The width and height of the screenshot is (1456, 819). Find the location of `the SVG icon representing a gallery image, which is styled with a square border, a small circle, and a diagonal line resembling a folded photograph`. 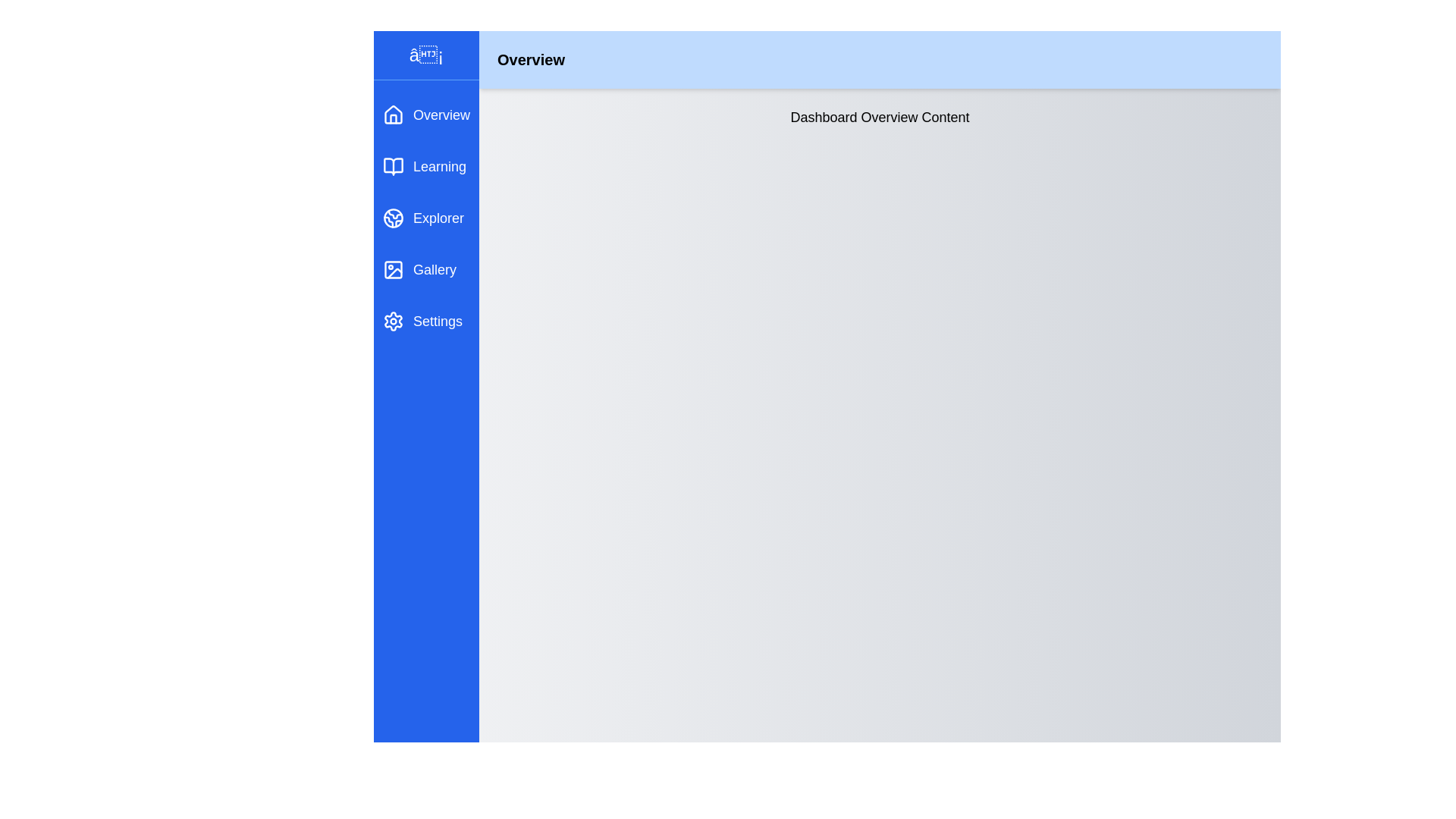

the SVG icon representing a gallery image, which is styled with a square border, a small circle, and a diagonal line resembling a folded photograph is located at coordinates (393, 268).